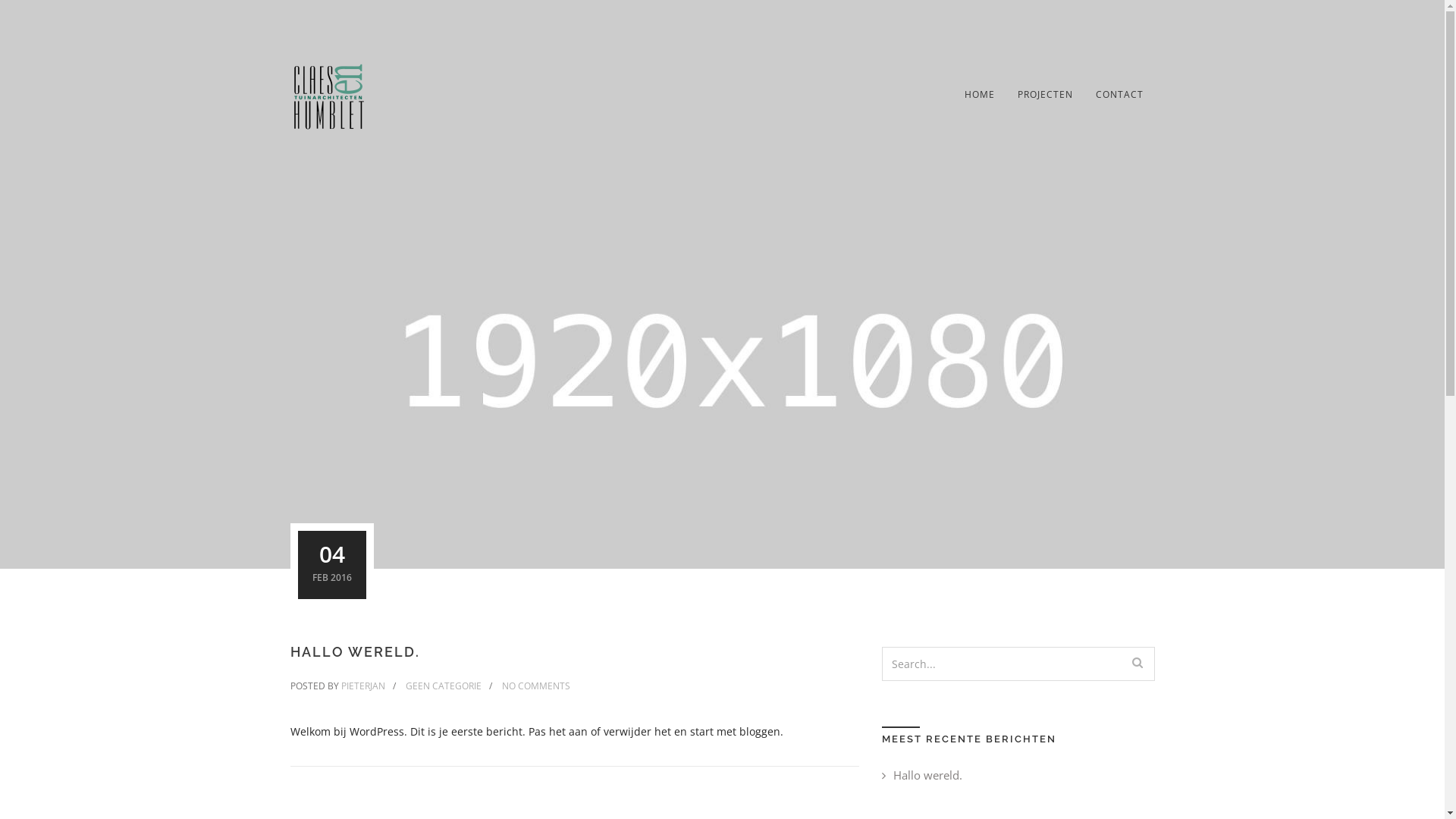 This screenshot has width=1456, height=819. I want to click on 'CONTACT', so click(1119, 94).